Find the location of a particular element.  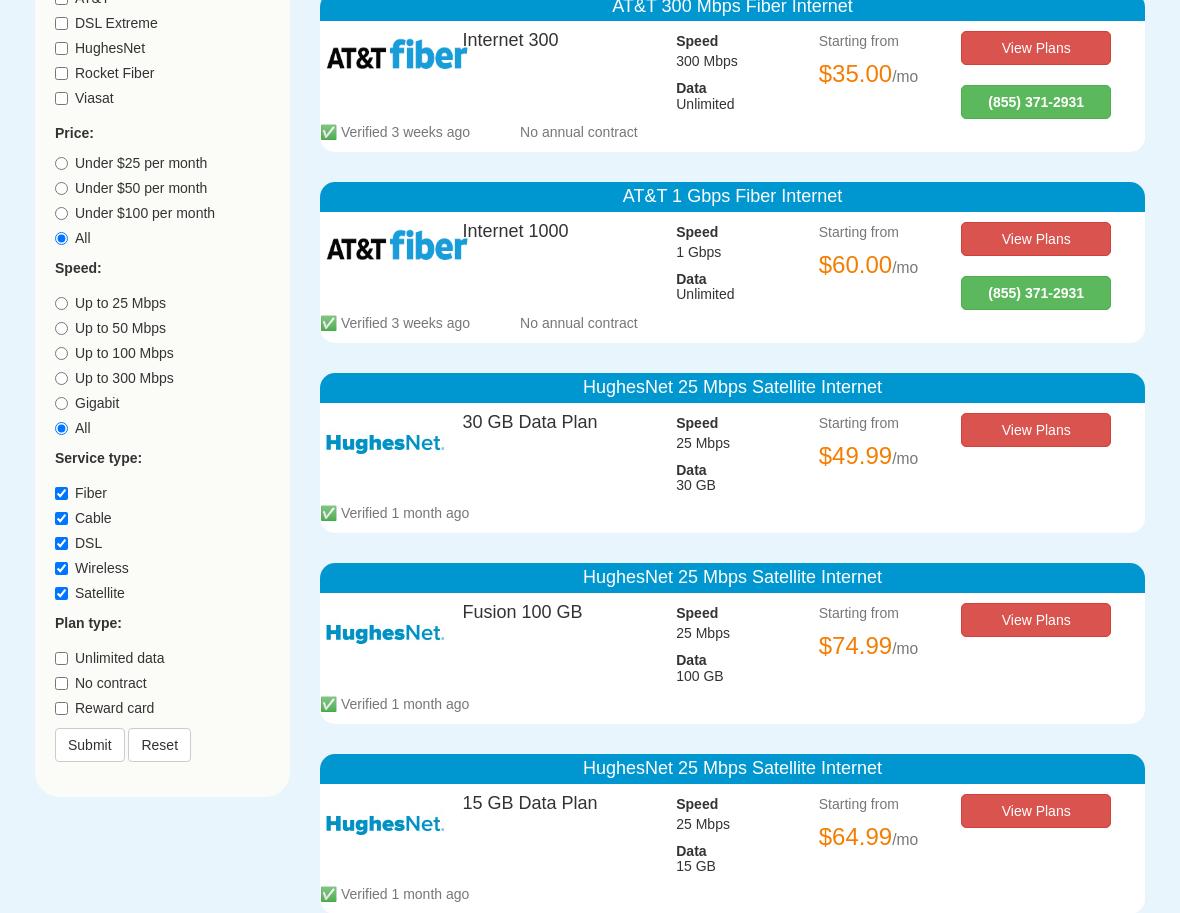

'300 Mbps' is located at coordinates (675, 59).